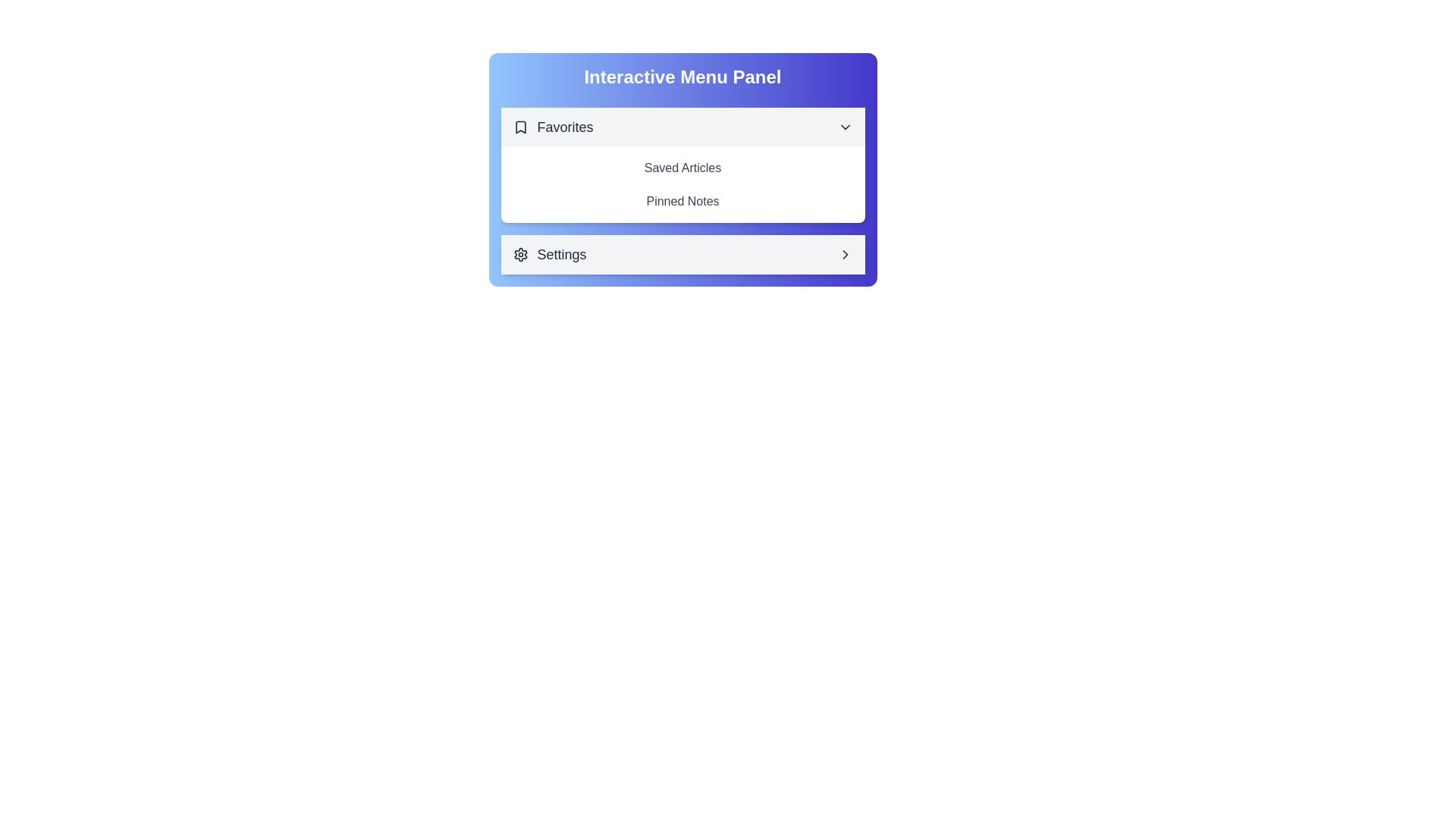 This screenshot has height=819, width=1456. What do you see at coordinates (682, 201) in the screenshot?
I see `the item Pinned Notes from the expanded 'Favorites' section` at bounding box center [682, 201].